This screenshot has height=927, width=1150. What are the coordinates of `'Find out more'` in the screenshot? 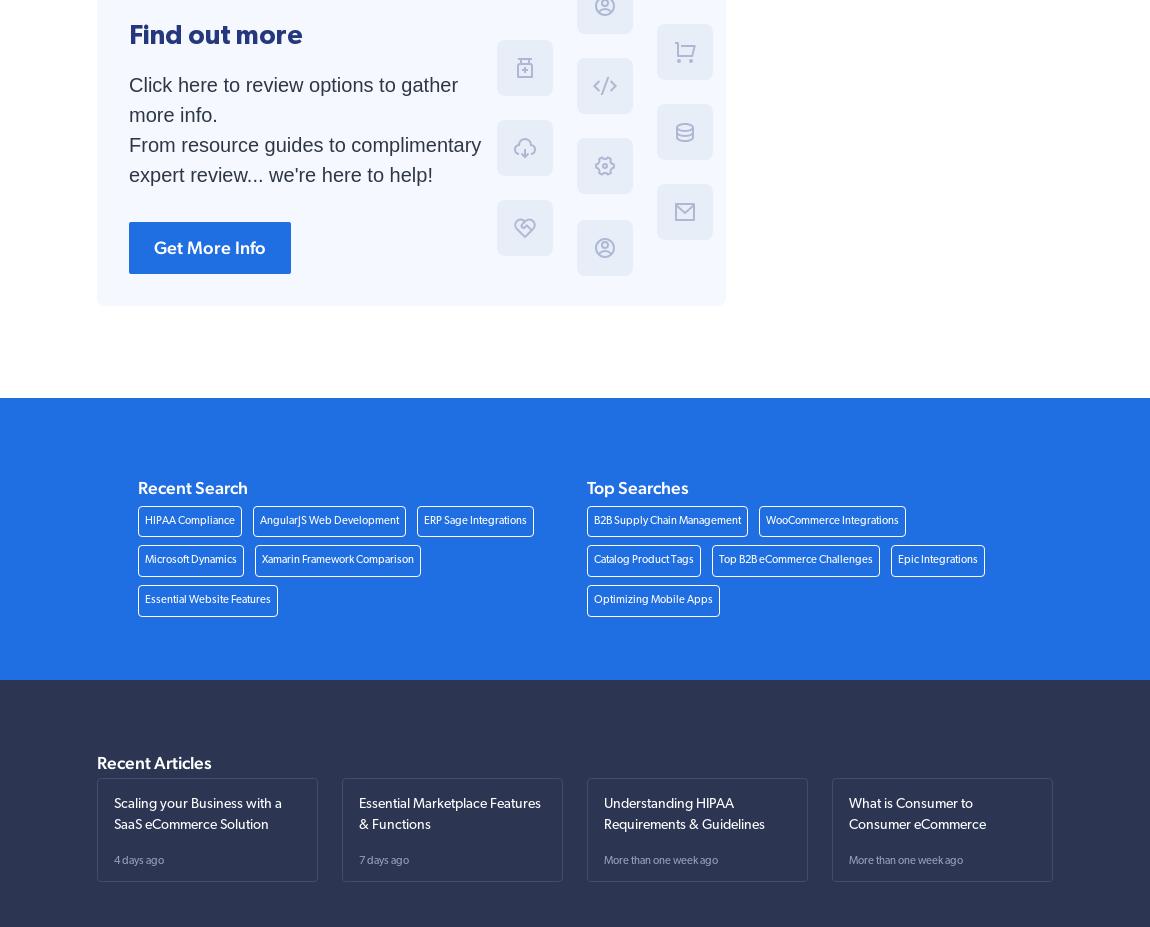 It's located at (128, 33).